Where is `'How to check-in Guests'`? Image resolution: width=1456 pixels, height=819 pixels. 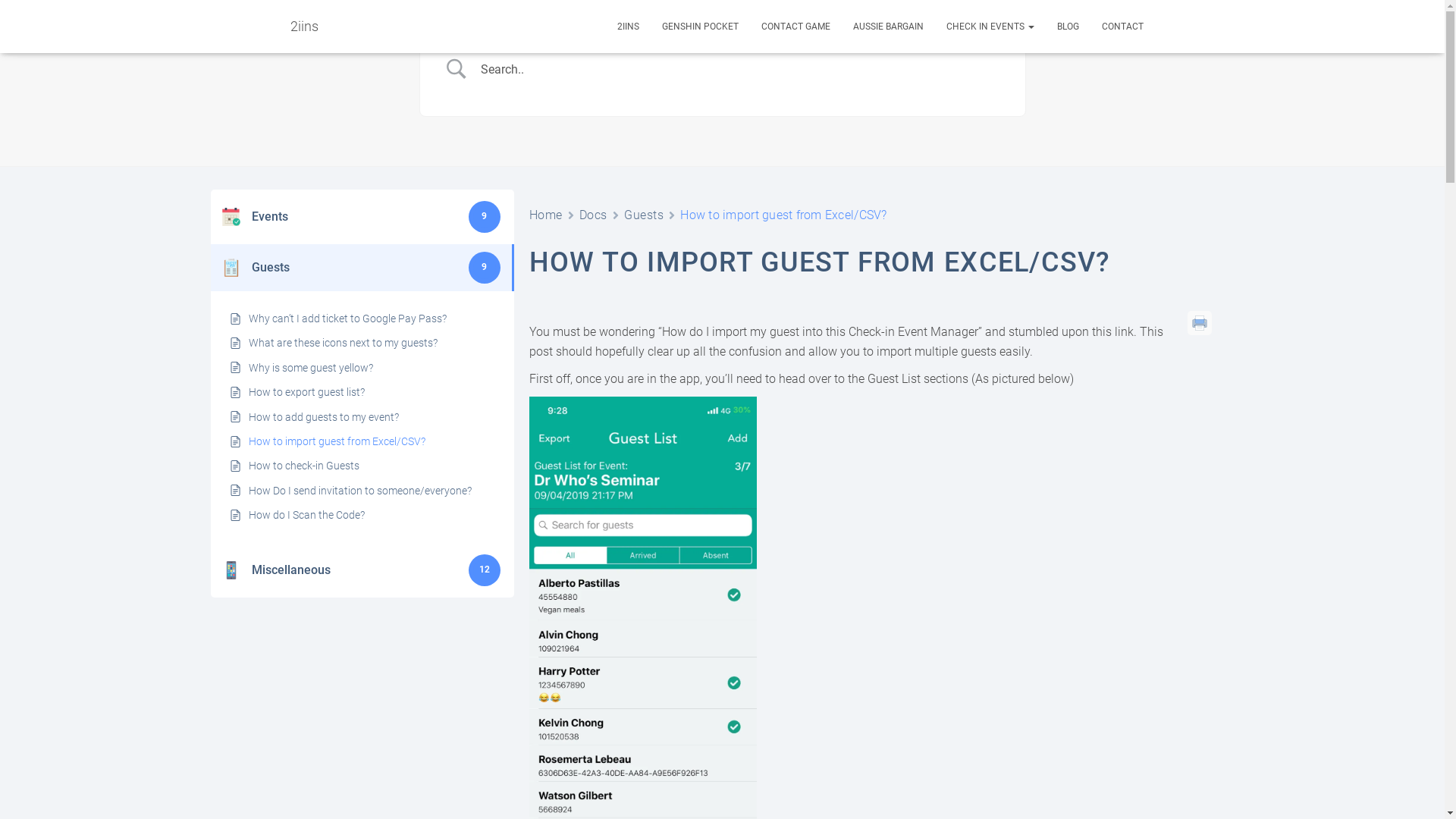
'How to check-in Guests' is located at coordinates (303, 464).